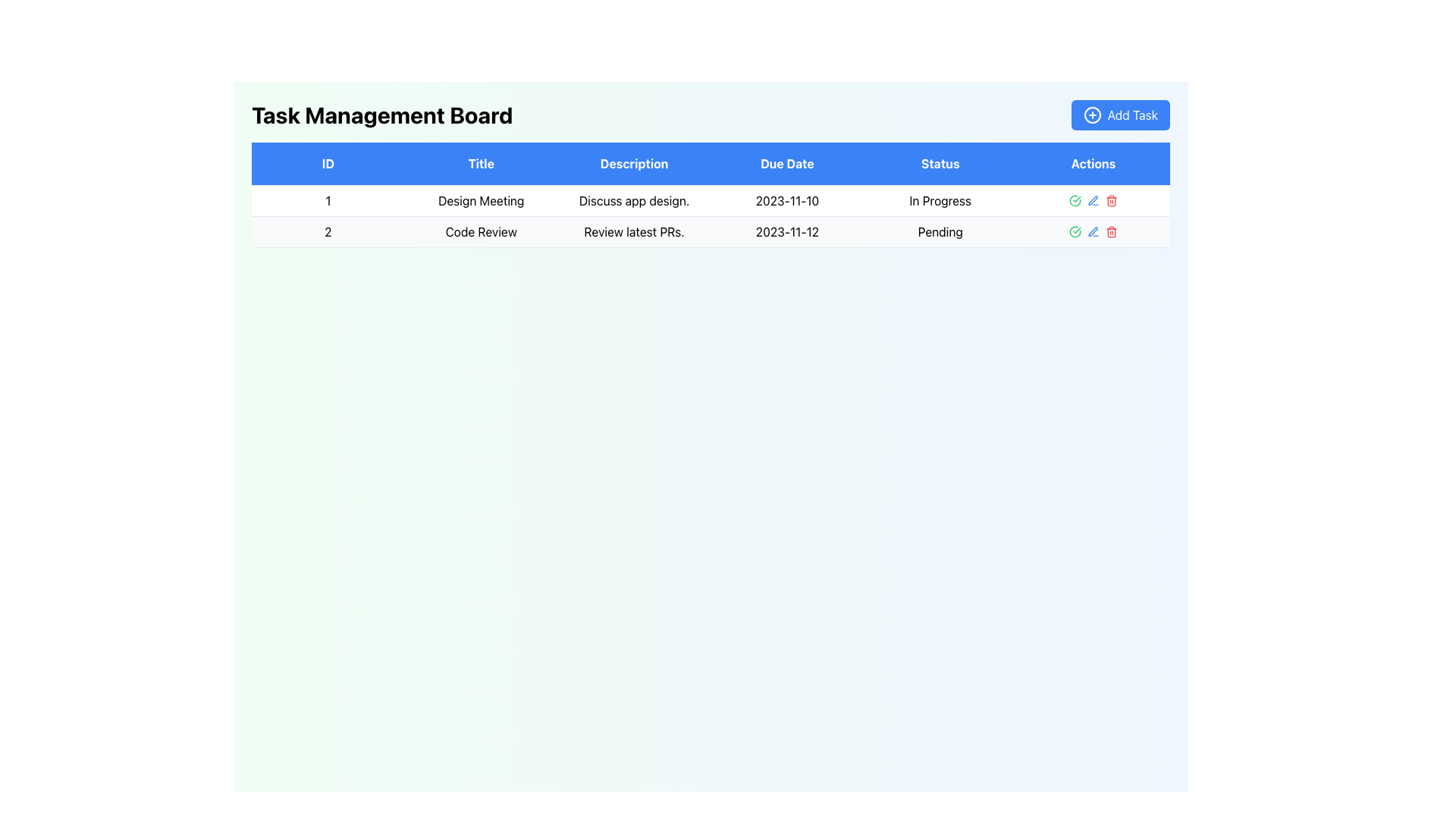  Describe the element at coordinates (1112, 231) in the screenshot. I see `the red trash can icon located in the 'Actions' column of the second row in the task management table` at that location.